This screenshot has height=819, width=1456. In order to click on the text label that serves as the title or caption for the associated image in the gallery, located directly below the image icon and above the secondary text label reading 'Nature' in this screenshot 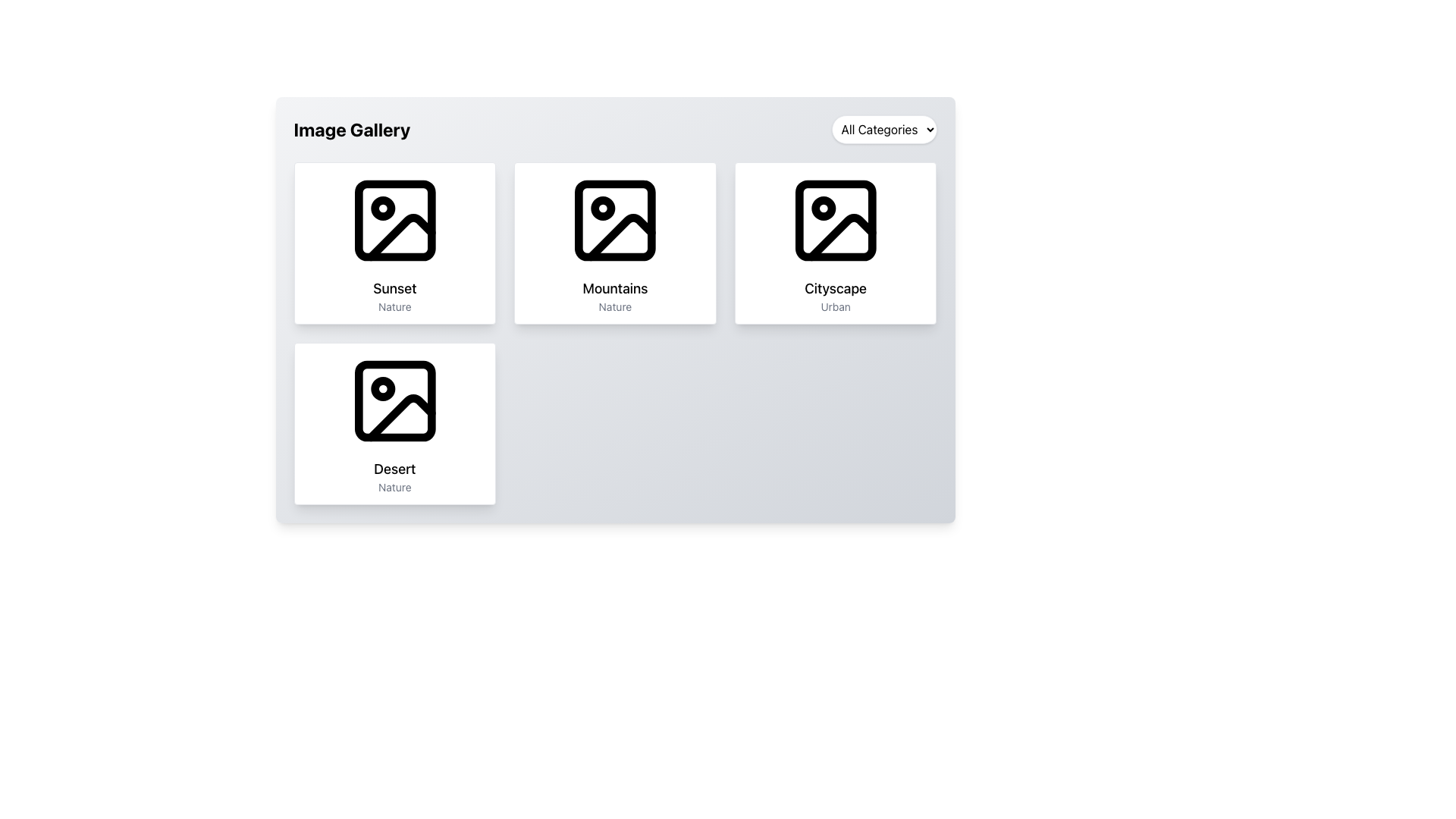, I will do `click(394, 289)`.